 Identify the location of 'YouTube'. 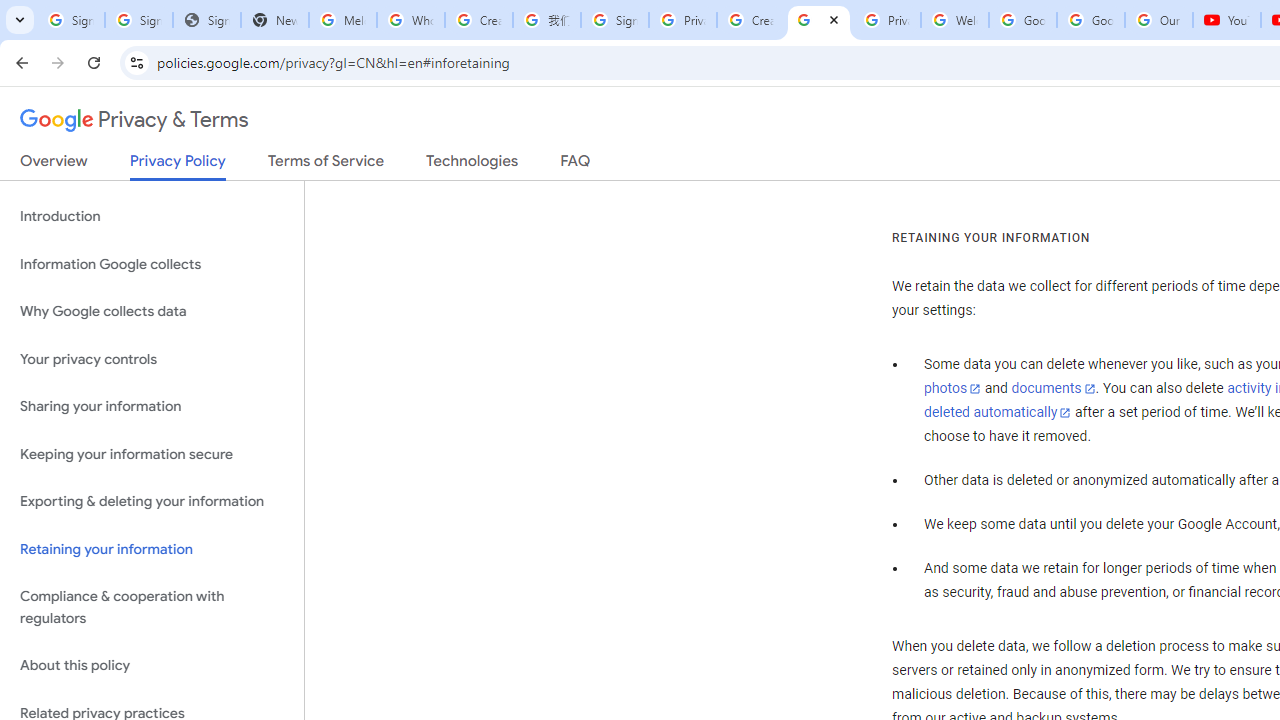
(1225, 20).